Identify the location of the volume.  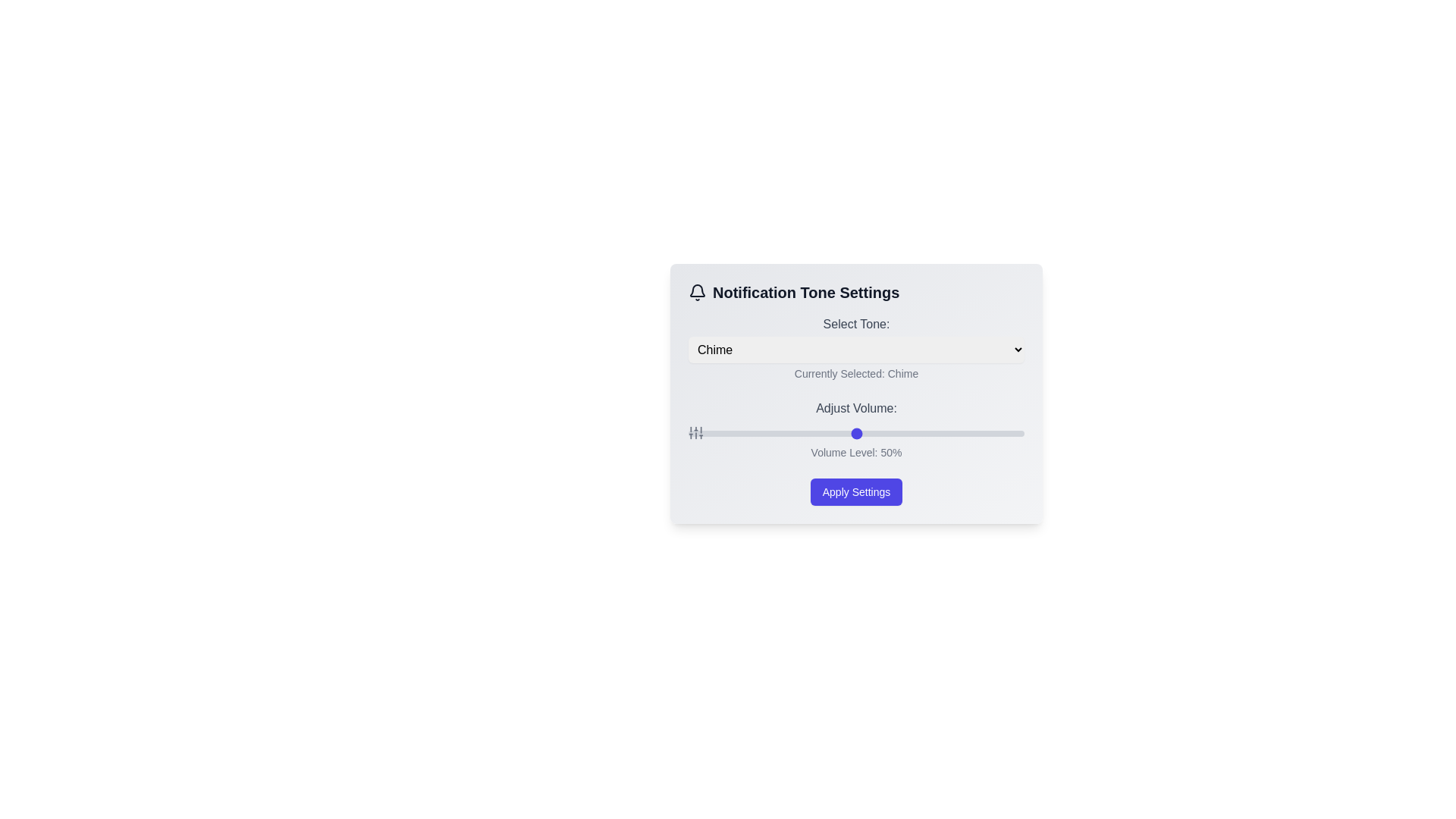
(792, 433).